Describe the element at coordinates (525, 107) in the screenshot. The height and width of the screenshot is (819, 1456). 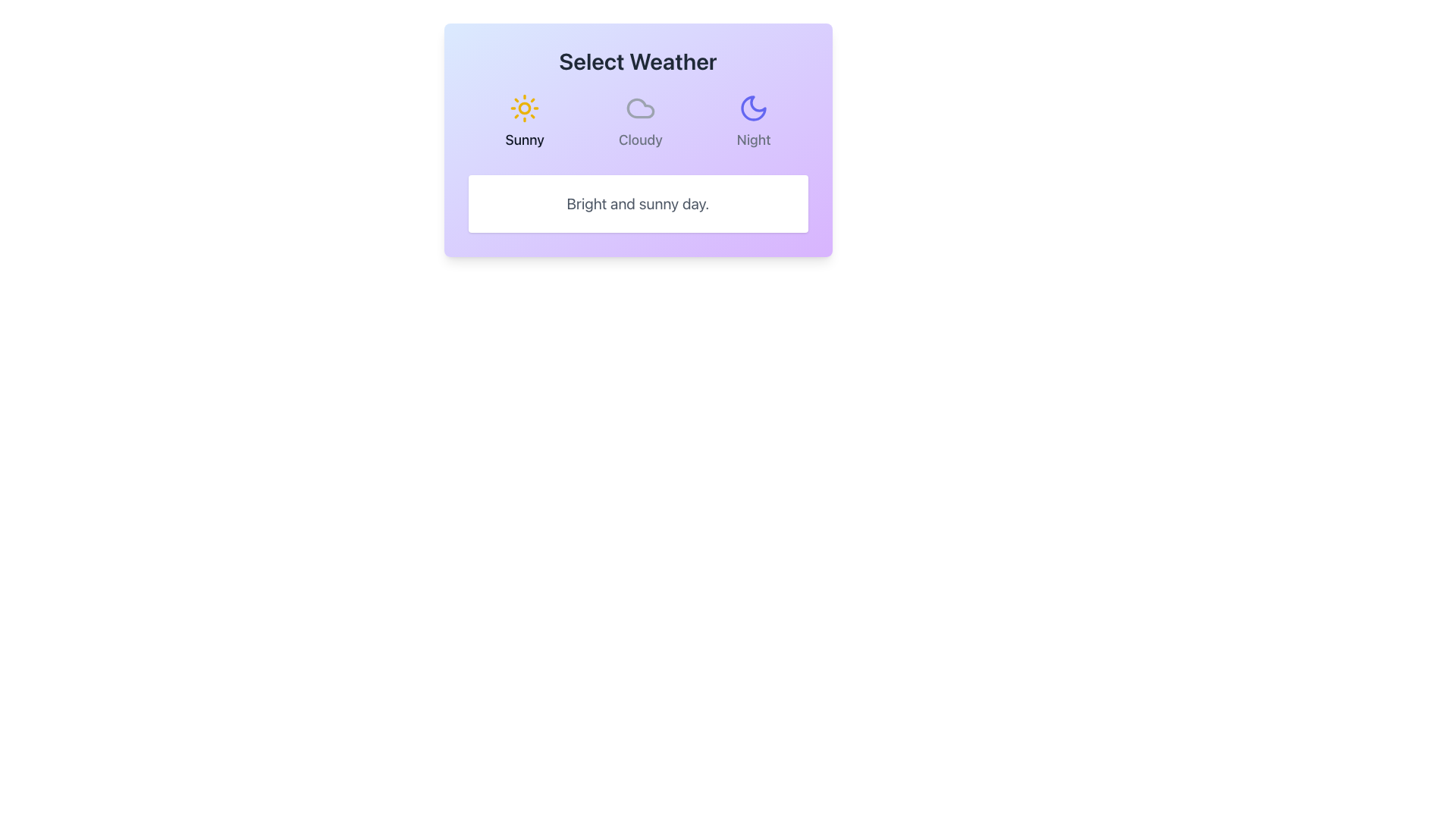
I see `the 'Sunny' weather icon located on the leftmost side of the horizontal group of weather options above the label 'Sunny'` at that location.